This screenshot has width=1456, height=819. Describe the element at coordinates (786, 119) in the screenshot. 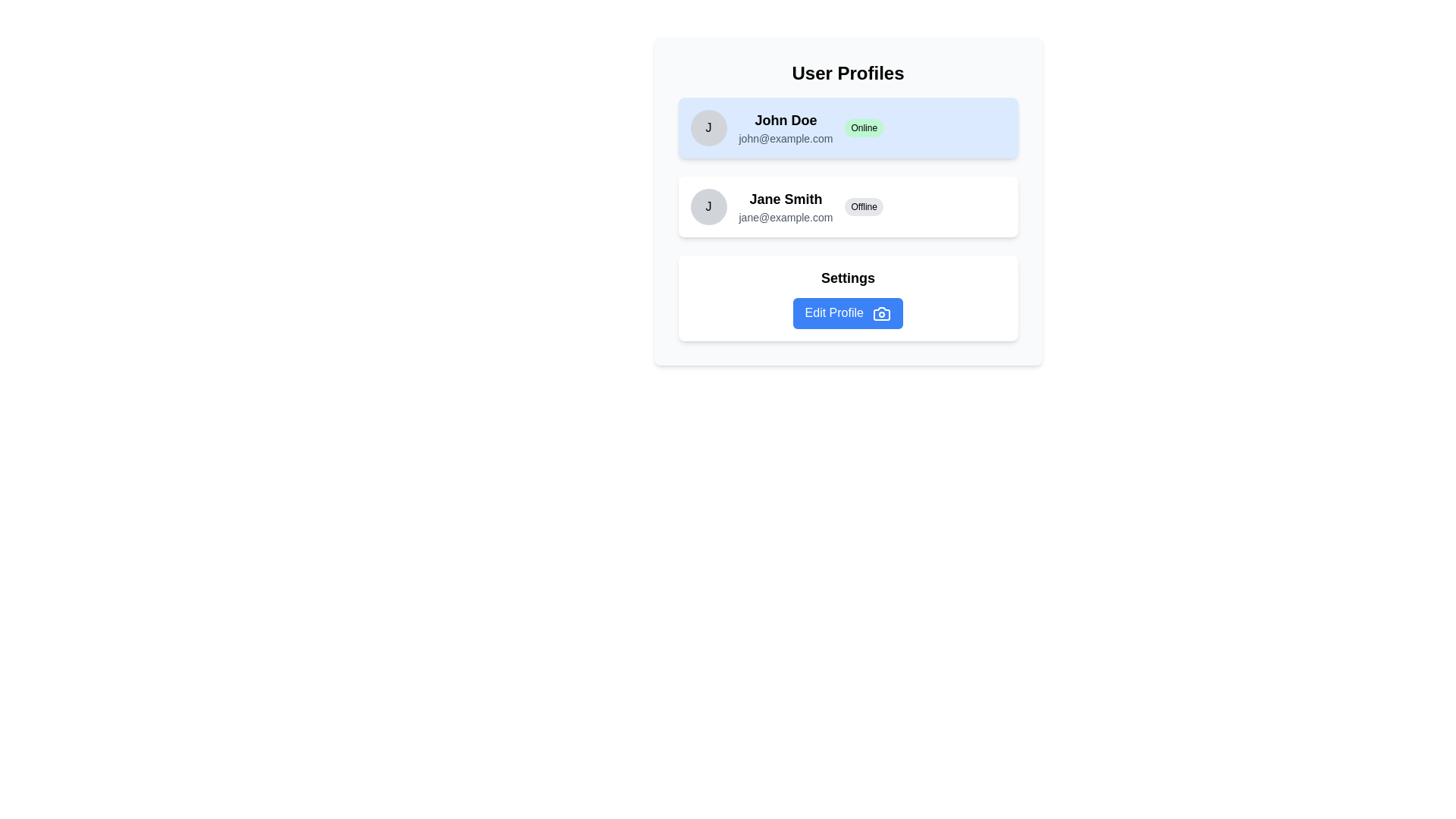

I see `the bold text label 'John Doe' located in the highlighted card at the top of the 'User Profiles' section, positioned above the email address and to the right of the circular avatar marked with 'J'` at that location.